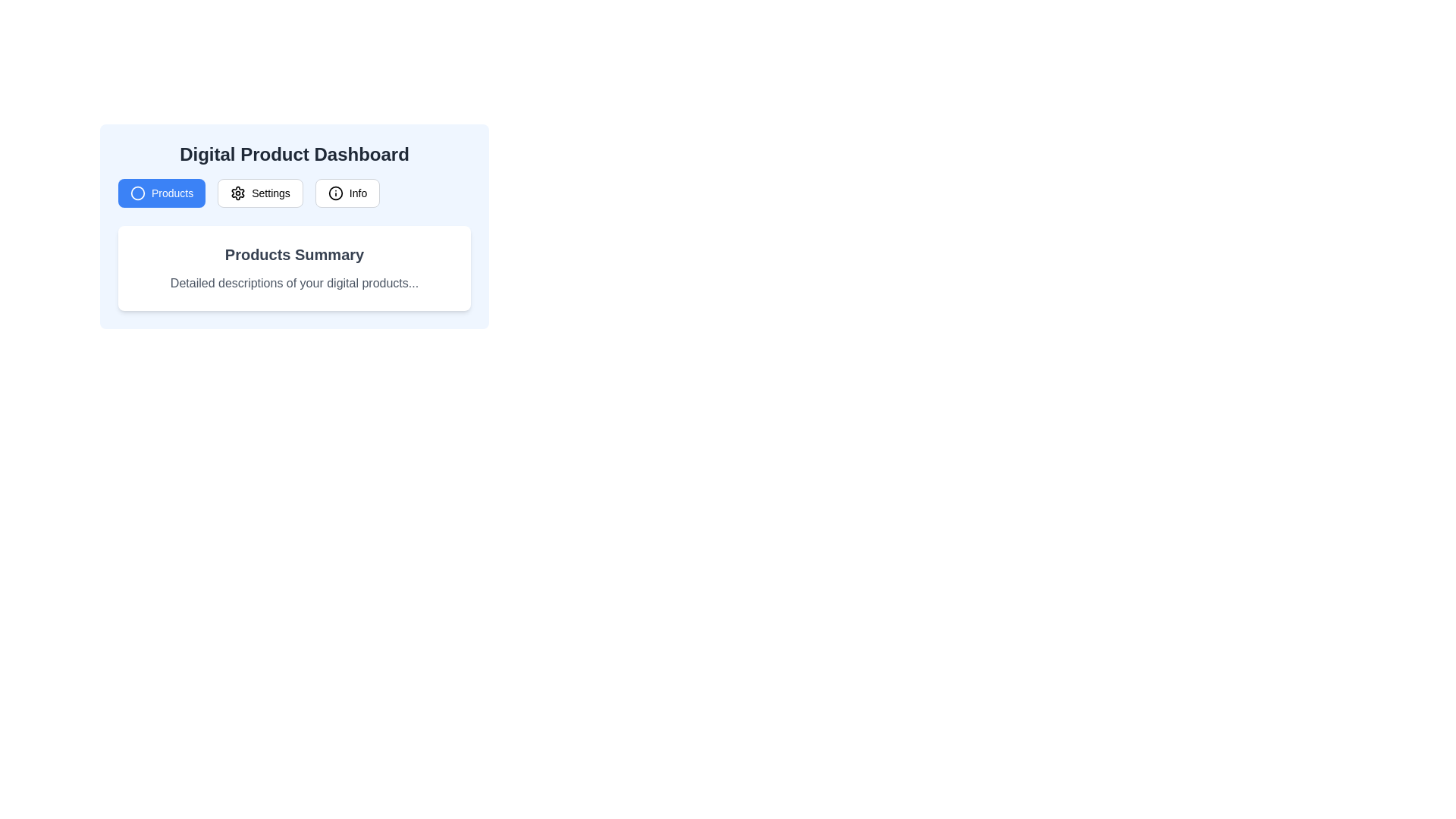  I want to click on the textual header 'Digital Product Dashboard', which is styled with large, bold font and located at the top of its containing card, so click(294, 155).